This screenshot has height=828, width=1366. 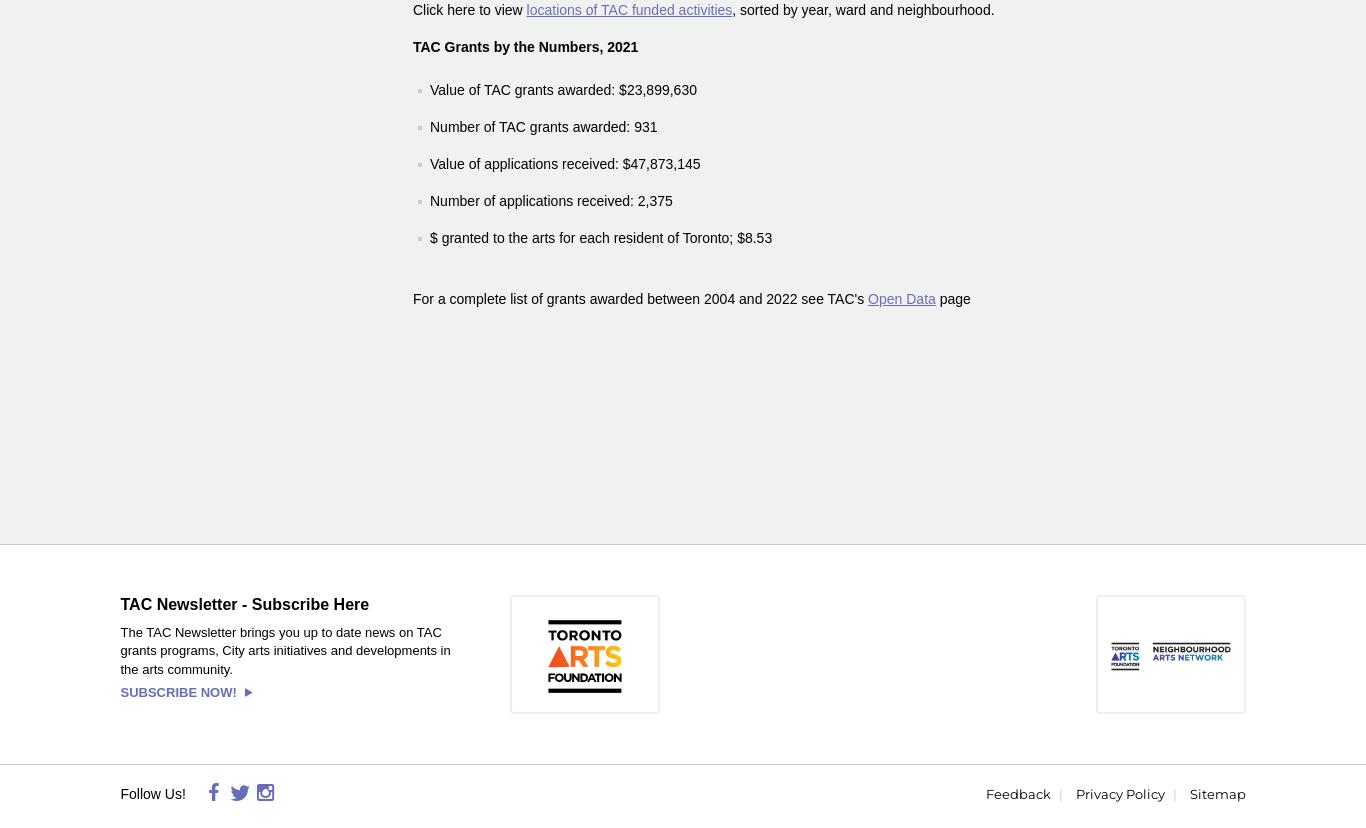 What do you see at coordinates (1017, 793) in the screenshot?
I see `'Feedback'` at bounding box center [1017, 793].